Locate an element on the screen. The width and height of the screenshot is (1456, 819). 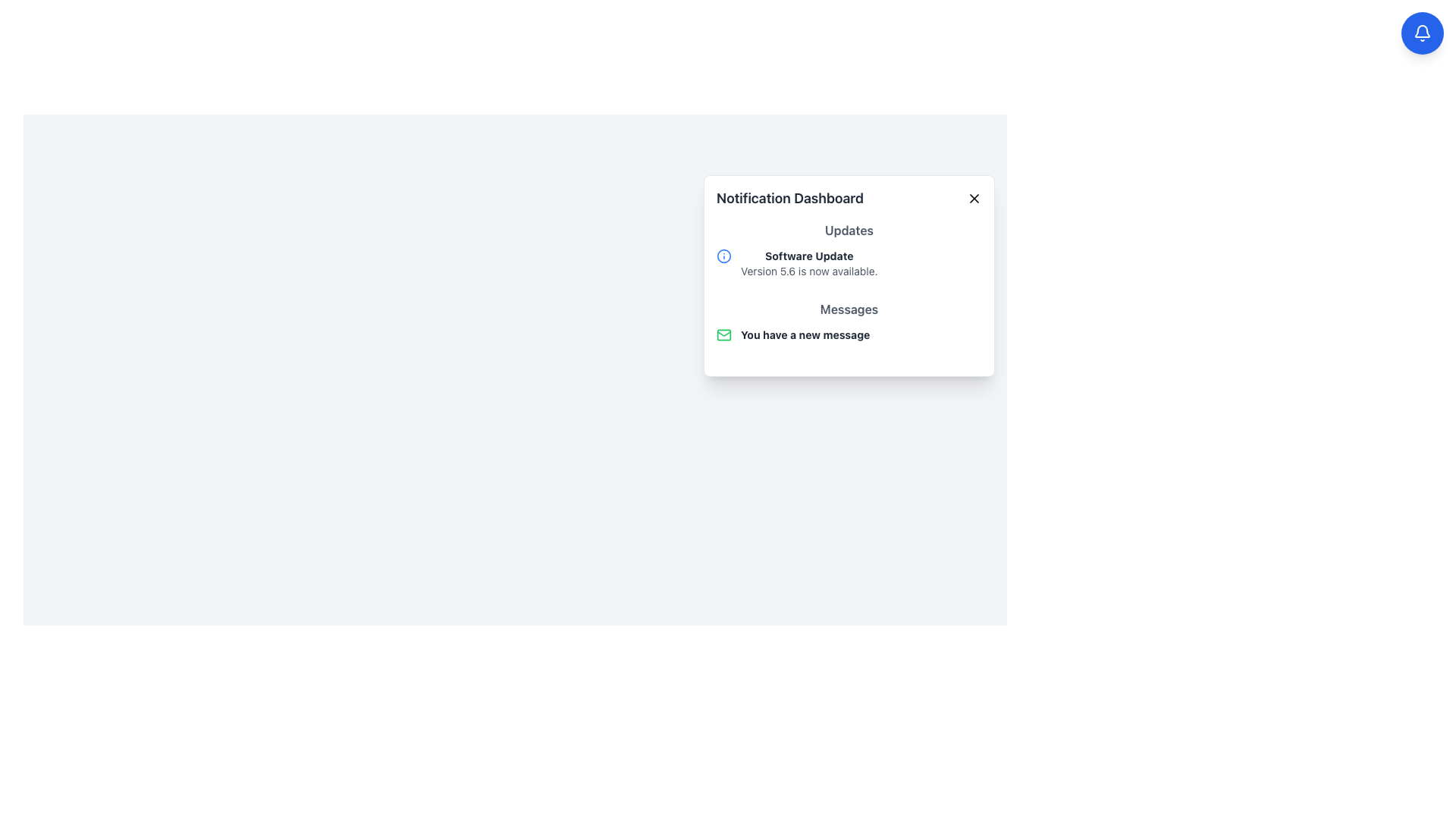
information provided in the notification pop-up titled 'Notification Dashboard', which includes updates about a software update and messages about new notifications is located at coordinates (848, 275).